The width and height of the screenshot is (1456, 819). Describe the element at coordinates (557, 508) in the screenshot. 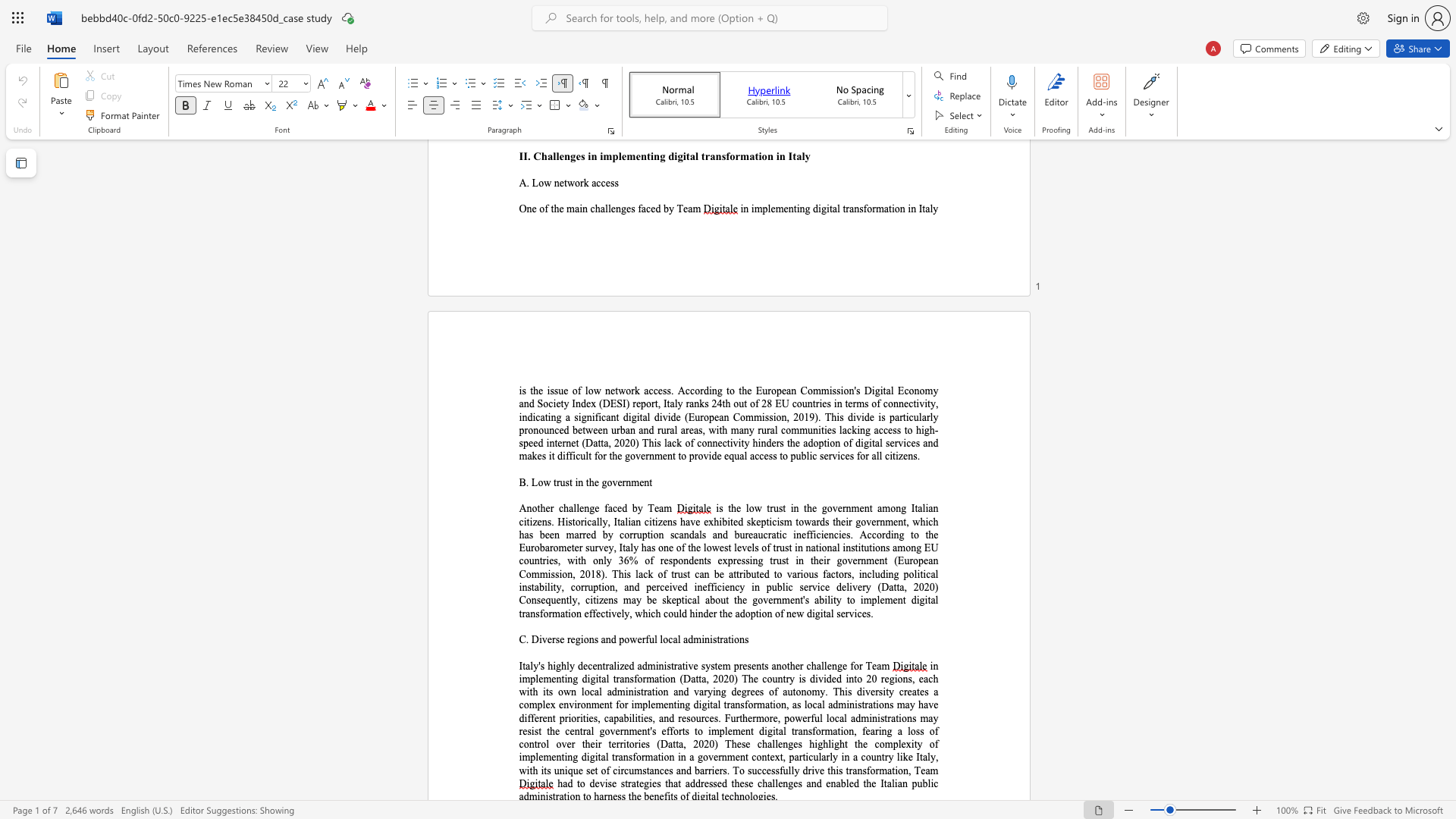

I see `the subset text "challen" within the text "Another challenge faced by Team"` at that location.